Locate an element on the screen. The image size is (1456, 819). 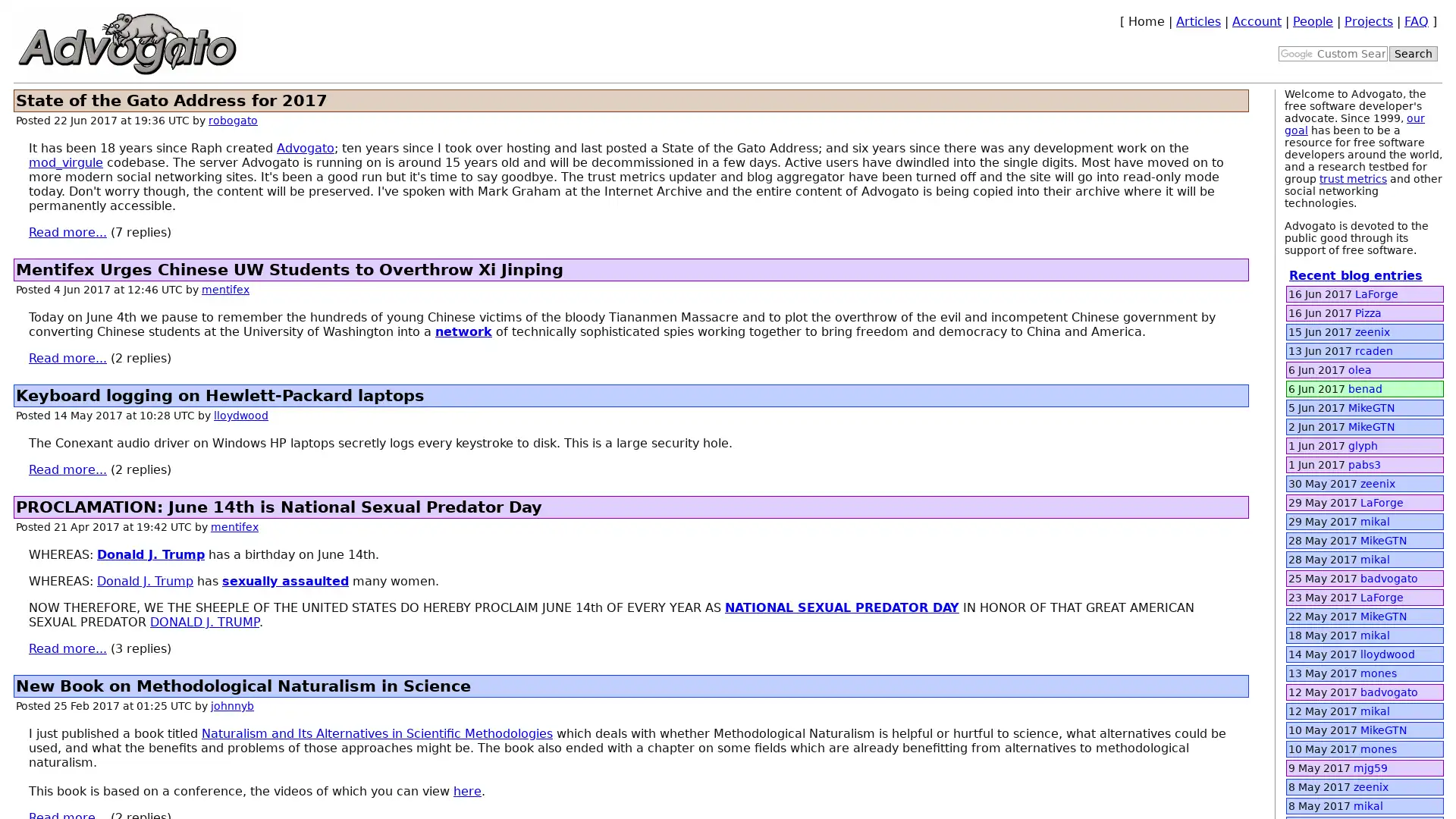
Search is located at coordinates (1412, 52).